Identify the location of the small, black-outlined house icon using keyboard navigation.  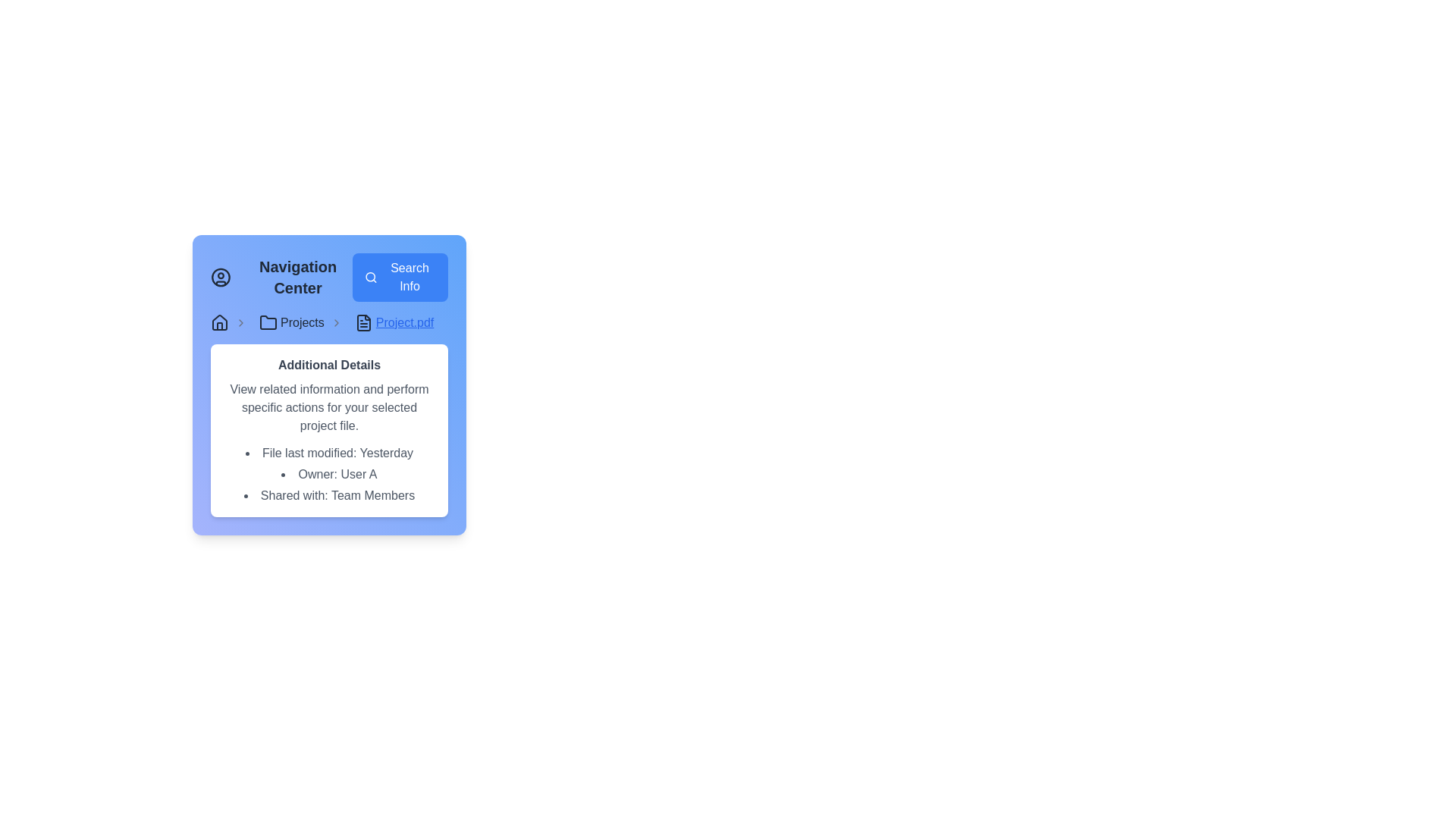
(218, 322).